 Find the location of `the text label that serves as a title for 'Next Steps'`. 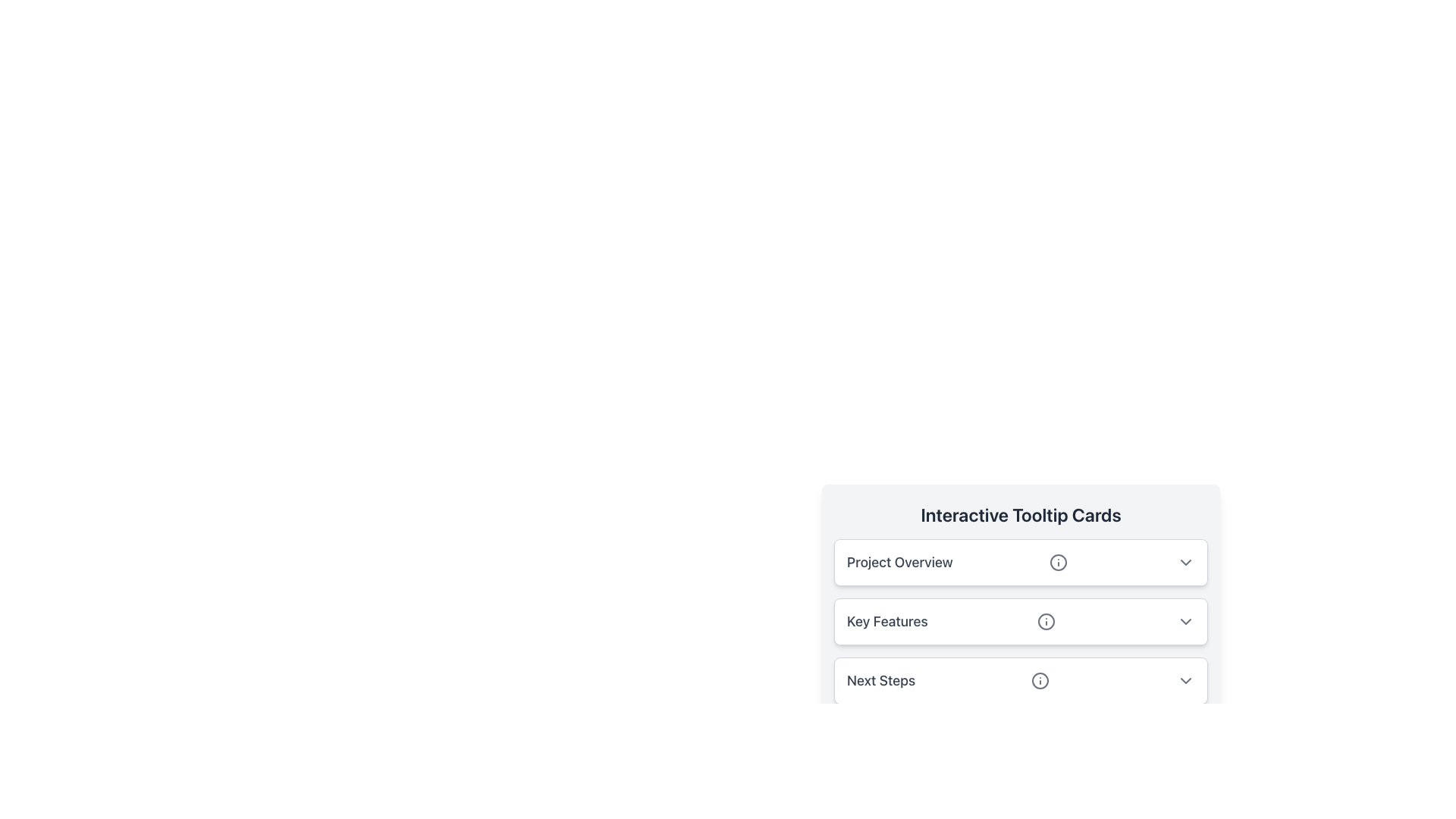

the text label that serves as a title for 'Next Steps' is located at coordinates (880, 680).